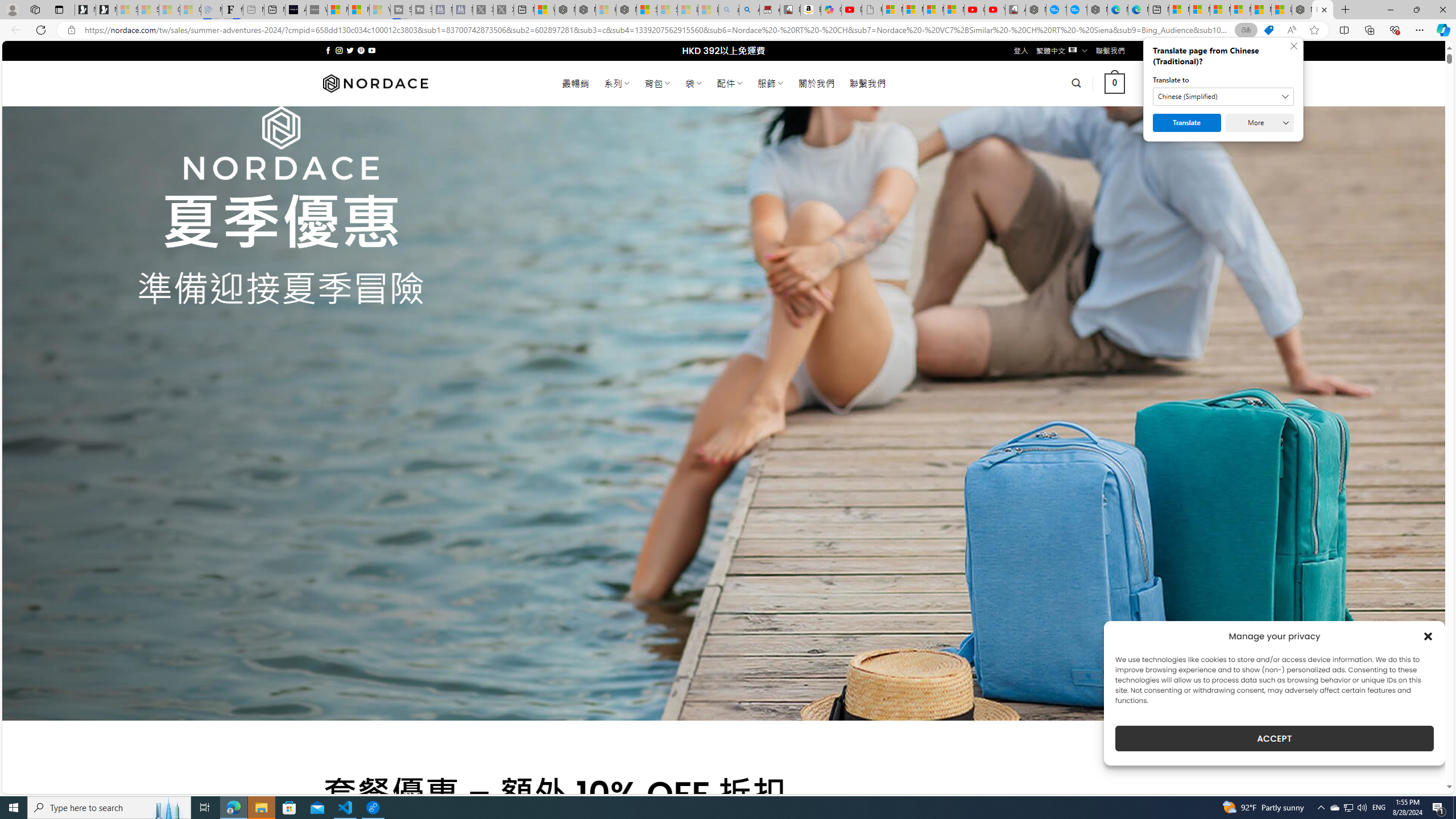  What do you see at coordinates (830, 9) in the screenshot?
I see `'Copilot'` at bounding box center [830, 9].